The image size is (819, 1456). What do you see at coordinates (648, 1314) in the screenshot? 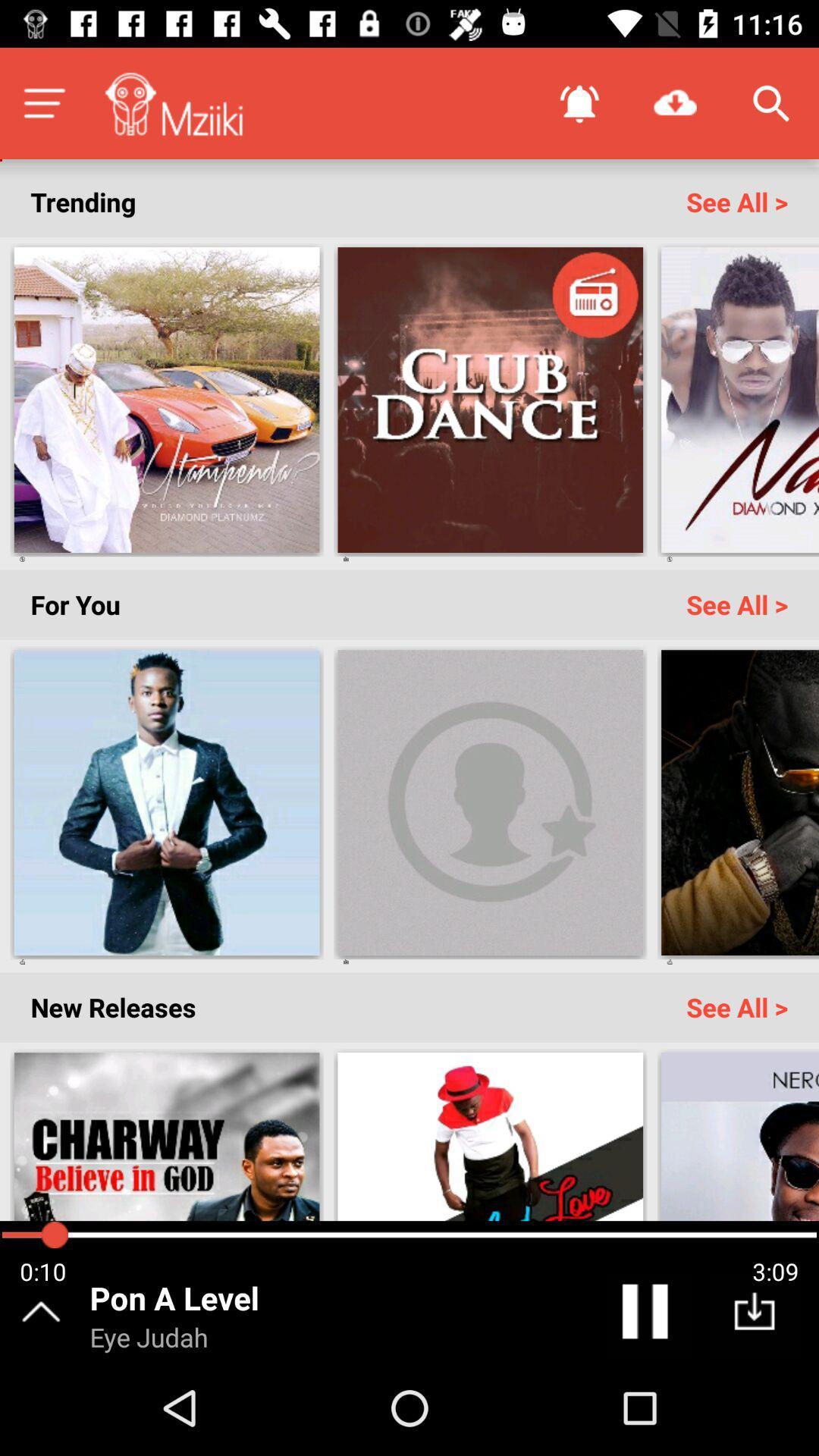
I see `the pause icon` at bounding box center [648, 1314].